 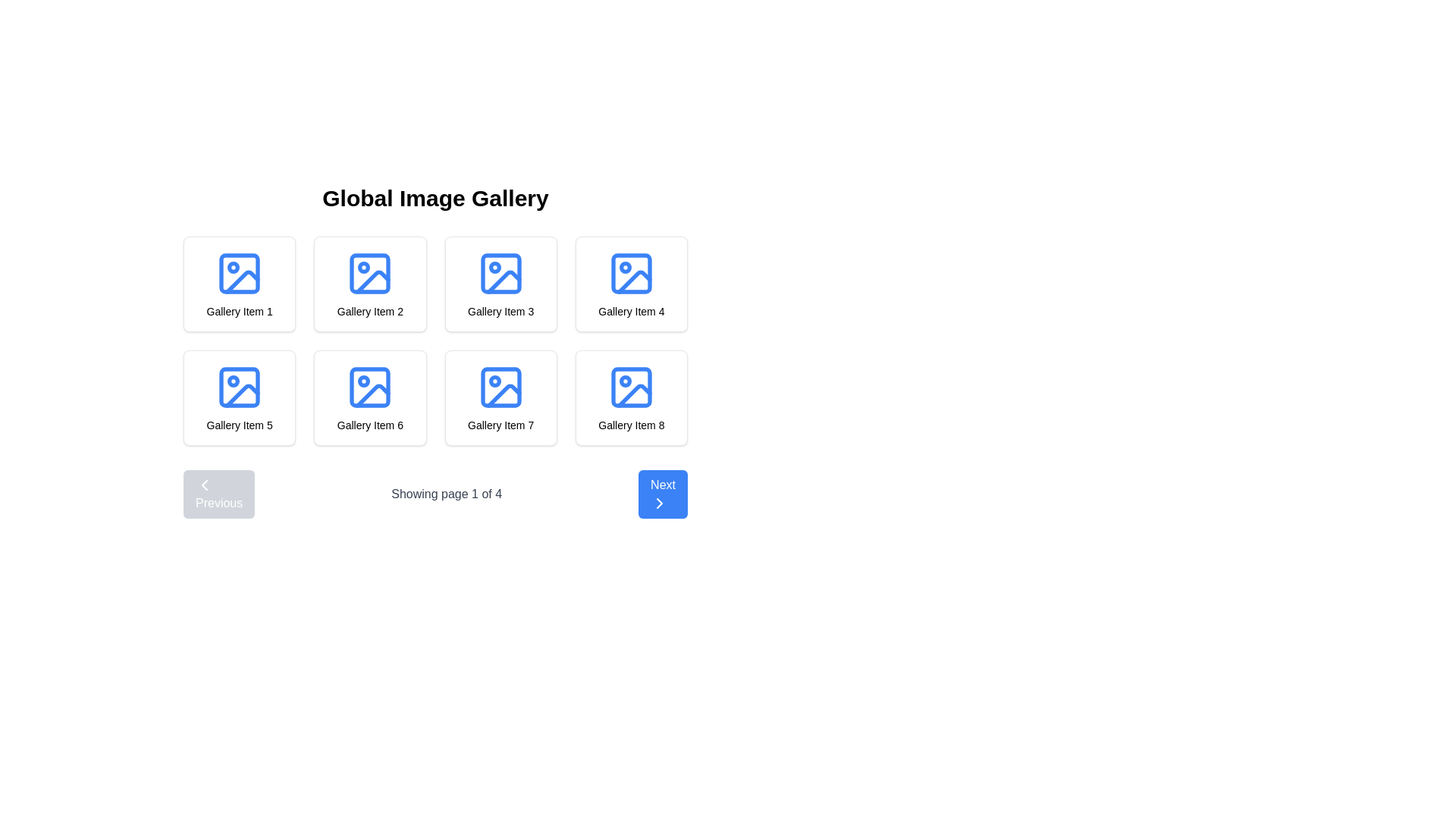 I want to click on the blue SVG icon representing an image, which is located in the third position of the 'Global Image Gallery', above its label, so click(x=500, y=274).